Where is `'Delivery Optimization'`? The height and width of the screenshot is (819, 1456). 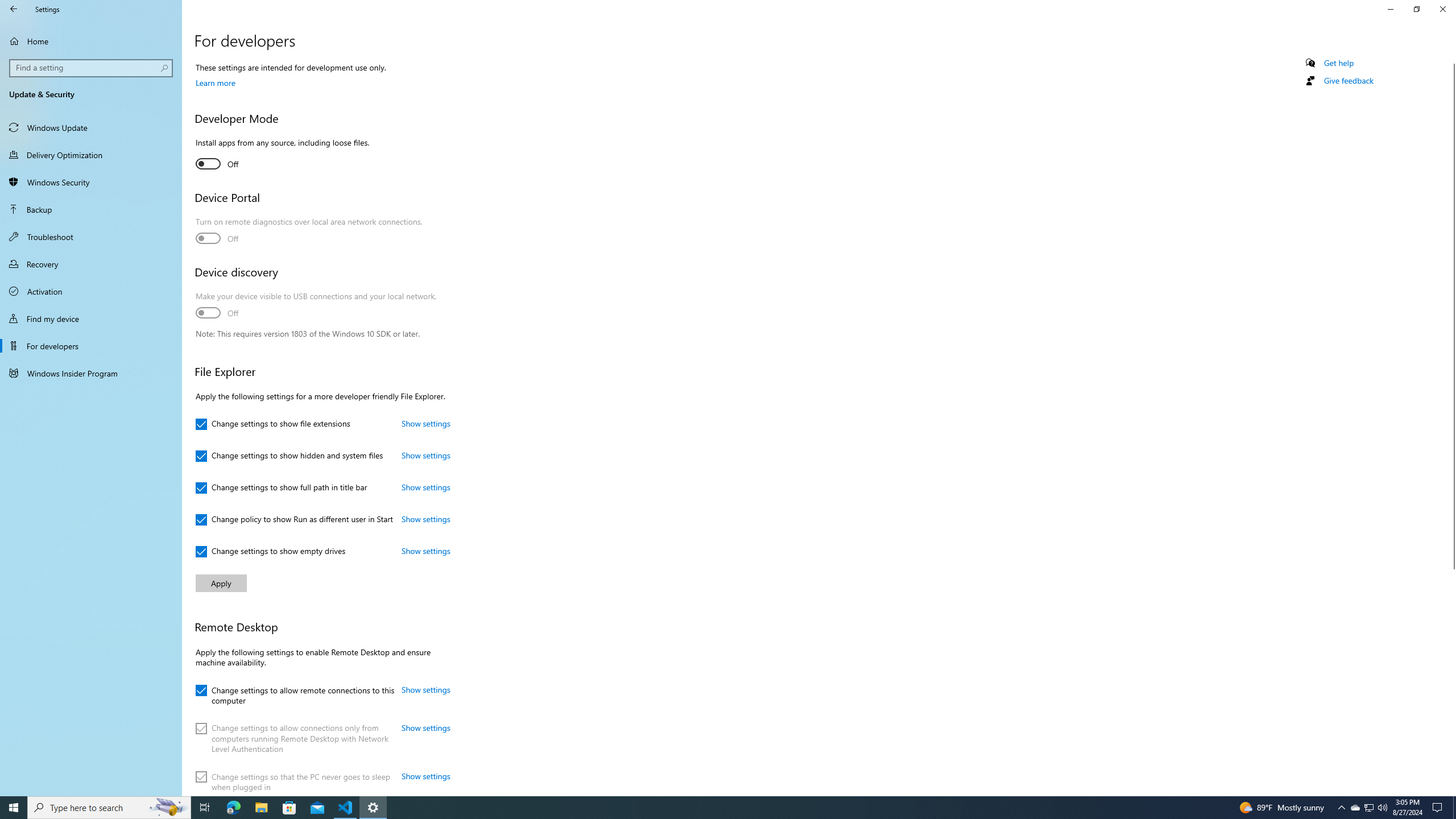 'Delivery Optimization' is located at coordinates (90, 154).